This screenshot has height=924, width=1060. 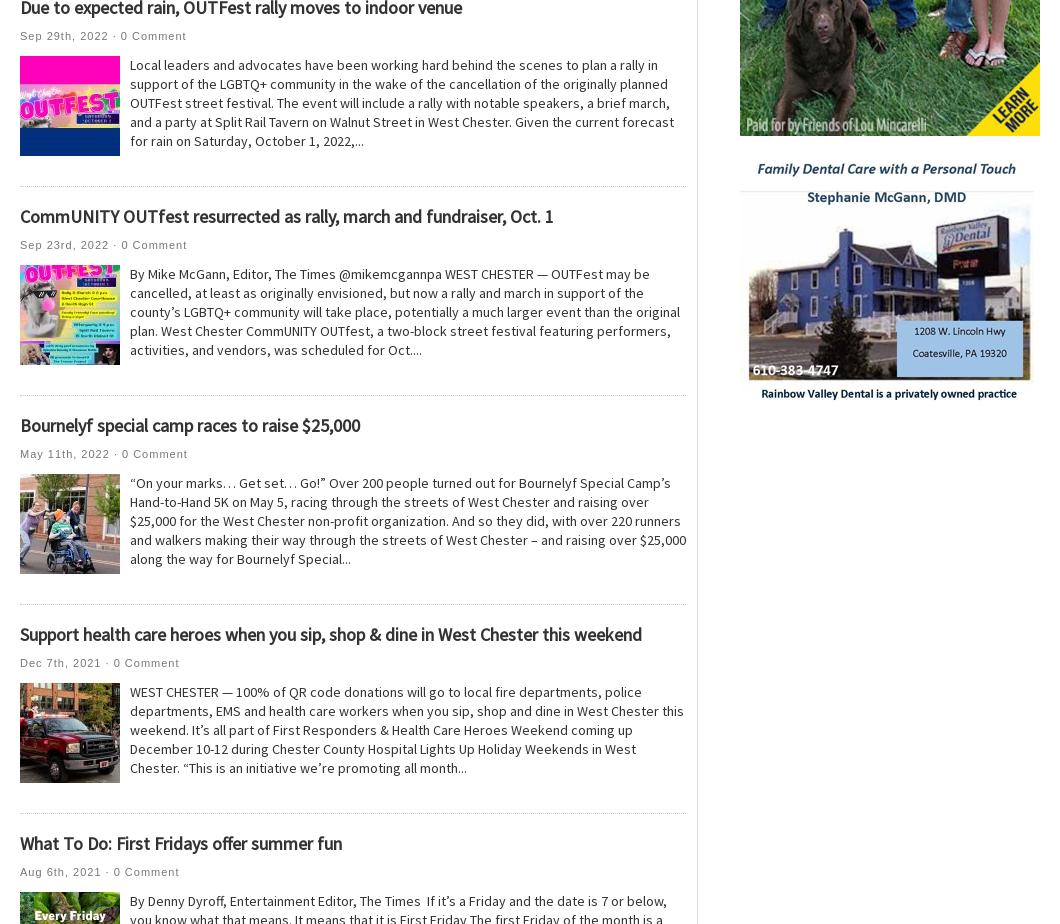 I want to click on 'Sep 23rd, 2022 ·', so click(x=70, y=245).